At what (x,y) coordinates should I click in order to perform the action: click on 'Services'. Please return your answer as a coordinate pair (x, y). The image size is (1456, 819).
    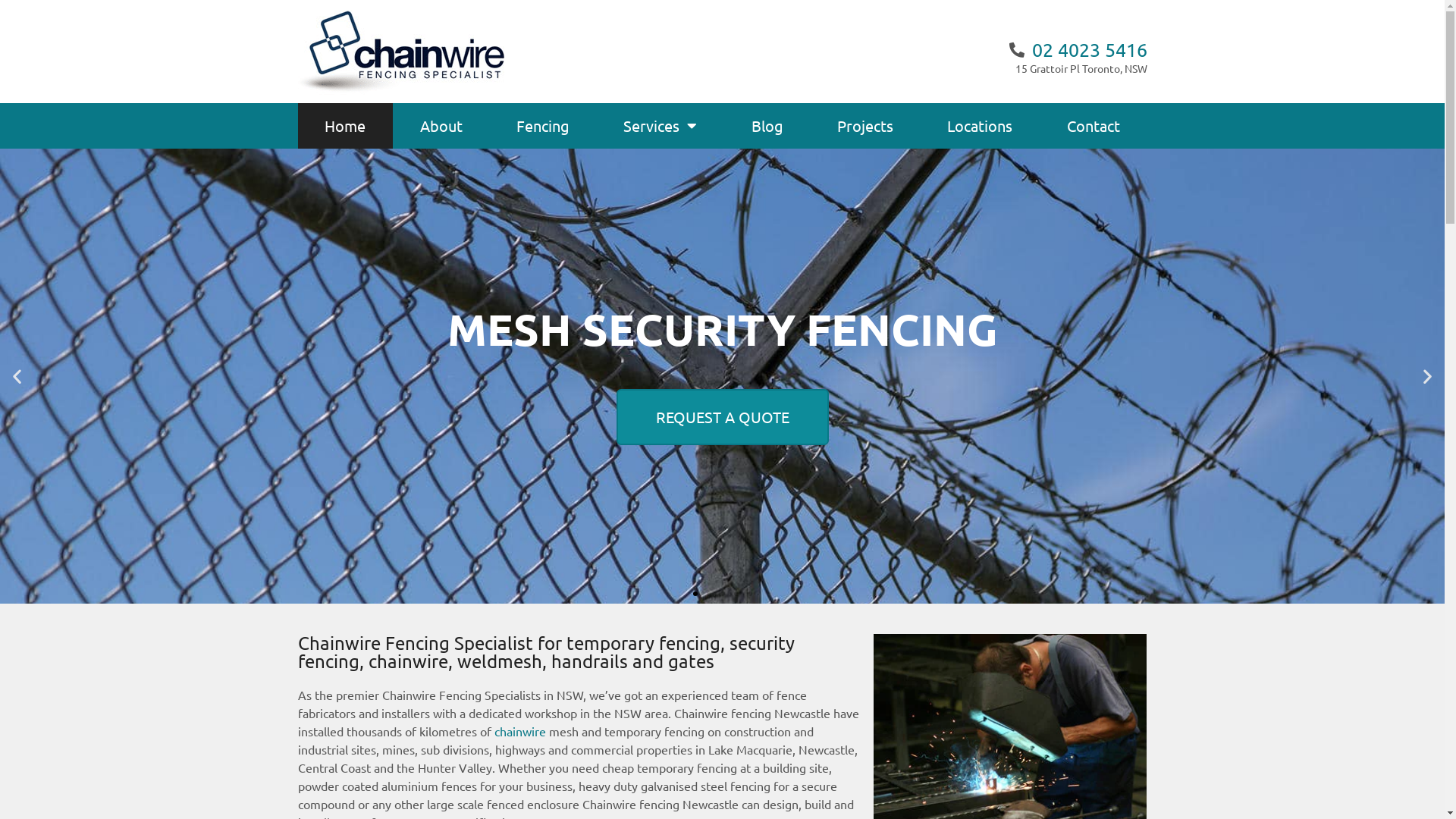
    Looking at the image, I should click on (596, 124).